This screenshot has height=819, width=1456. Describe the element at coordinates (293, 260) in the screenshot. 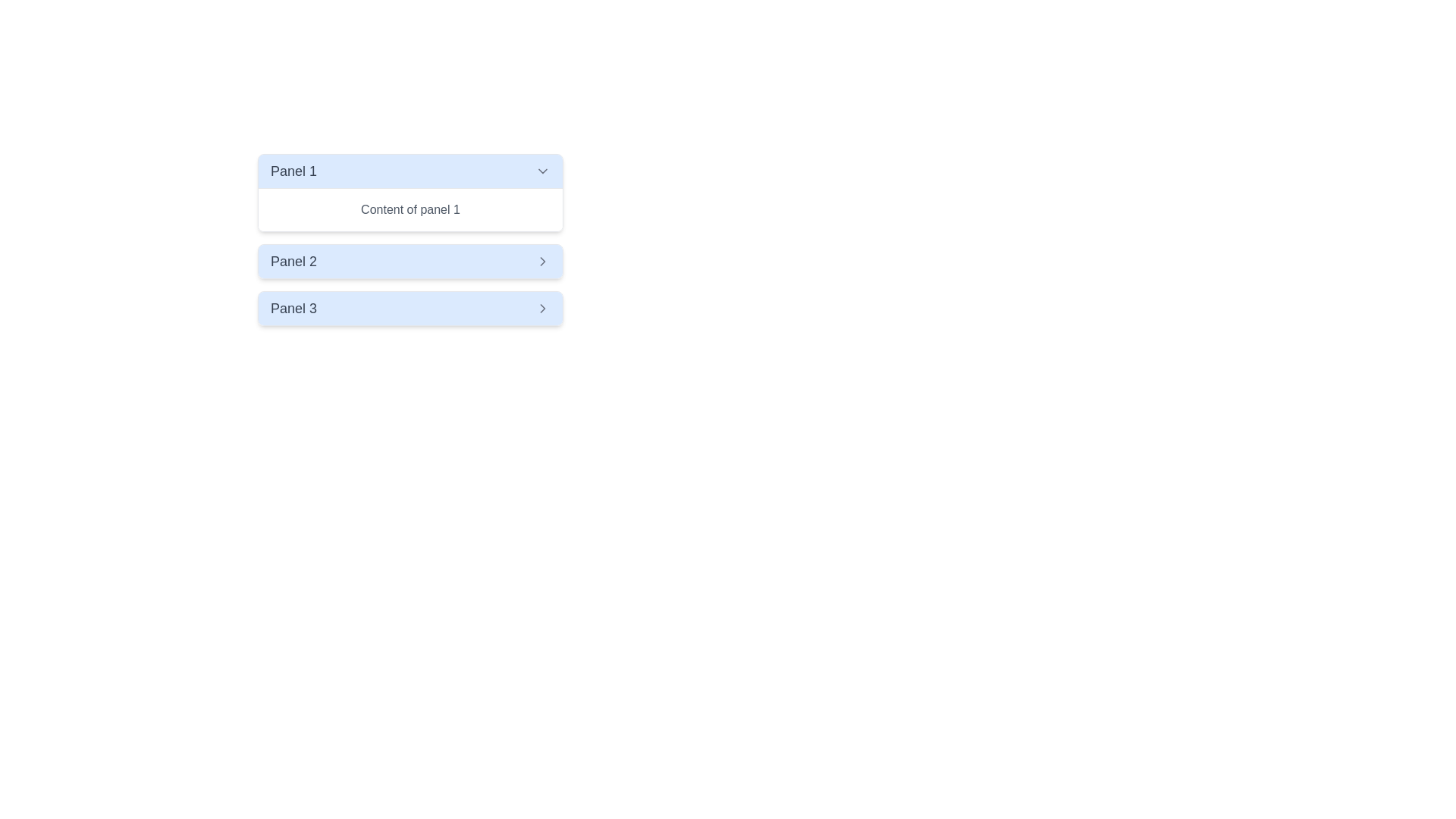

I see `the text label indicating 'Panel 2'` at that location.